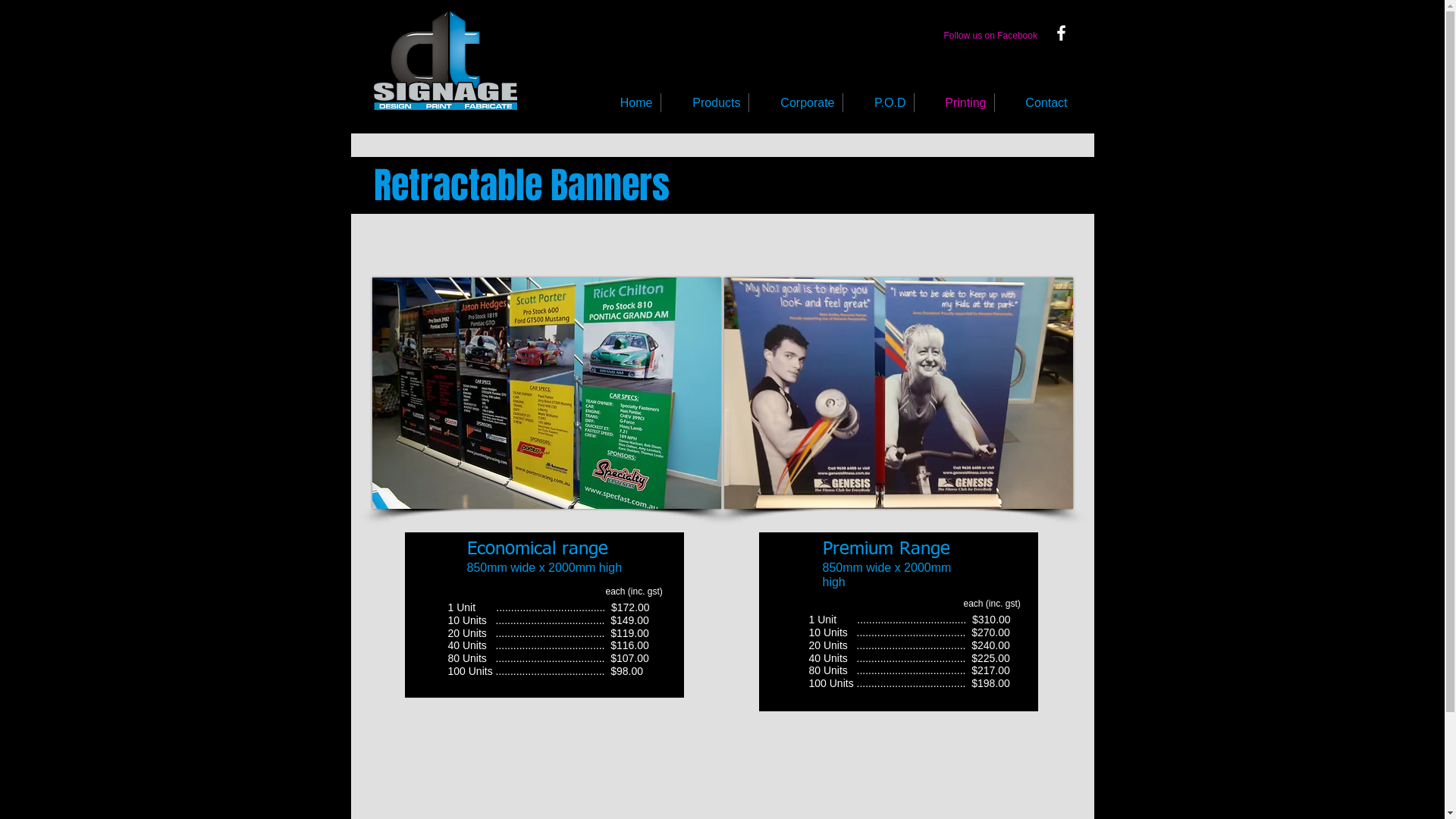 The height and width of the screenshot is (819, 1456). What do you see at coordinates (704, 102) in the screenshot?
I see `'Products'` at bounding box center [704, 102].